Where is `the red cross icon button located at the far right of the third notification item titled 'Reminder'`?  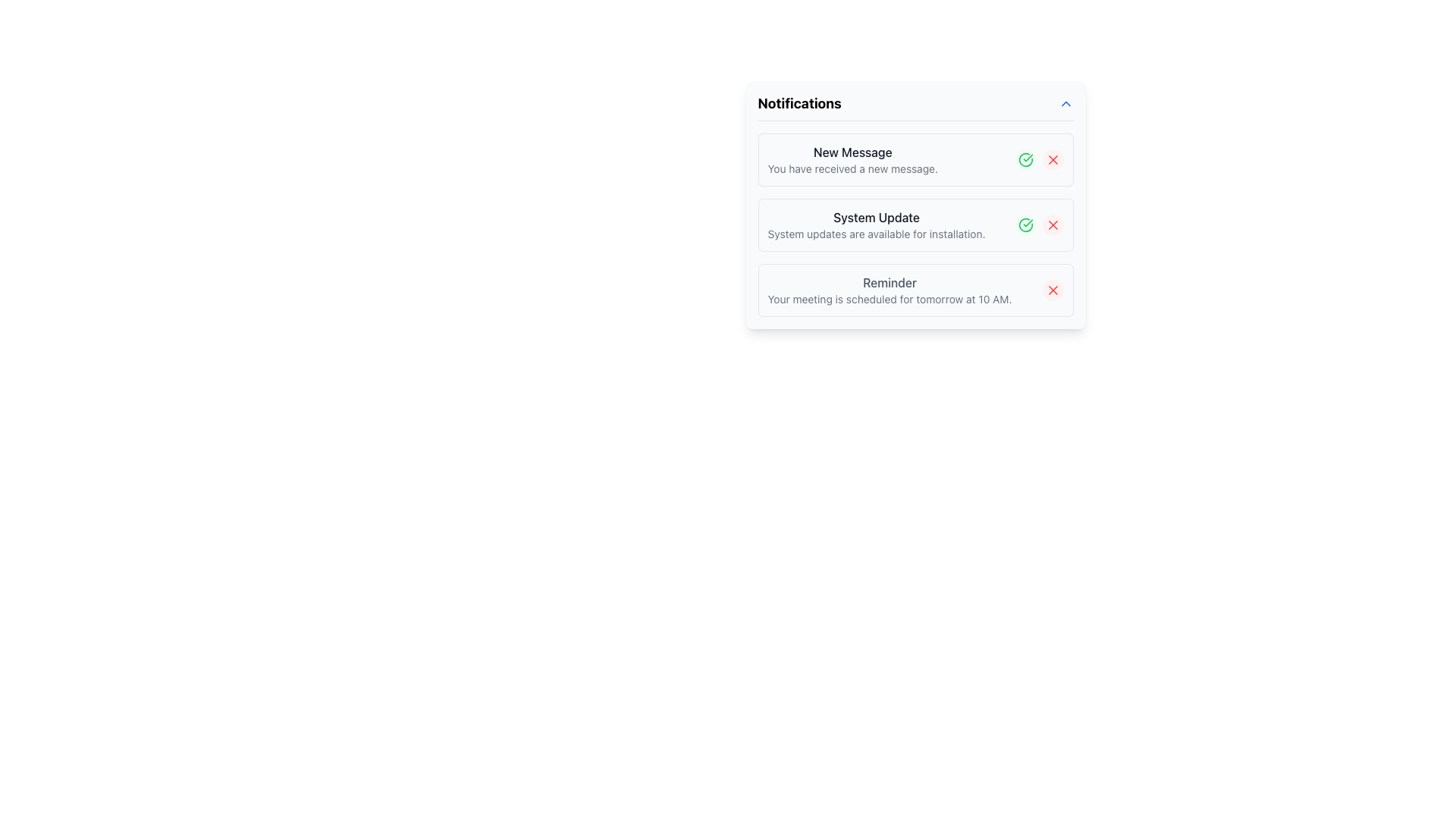
the red cross icon button located at the far right of the third notification item titled 'Reminder' is located at coordinates (1052, 290).